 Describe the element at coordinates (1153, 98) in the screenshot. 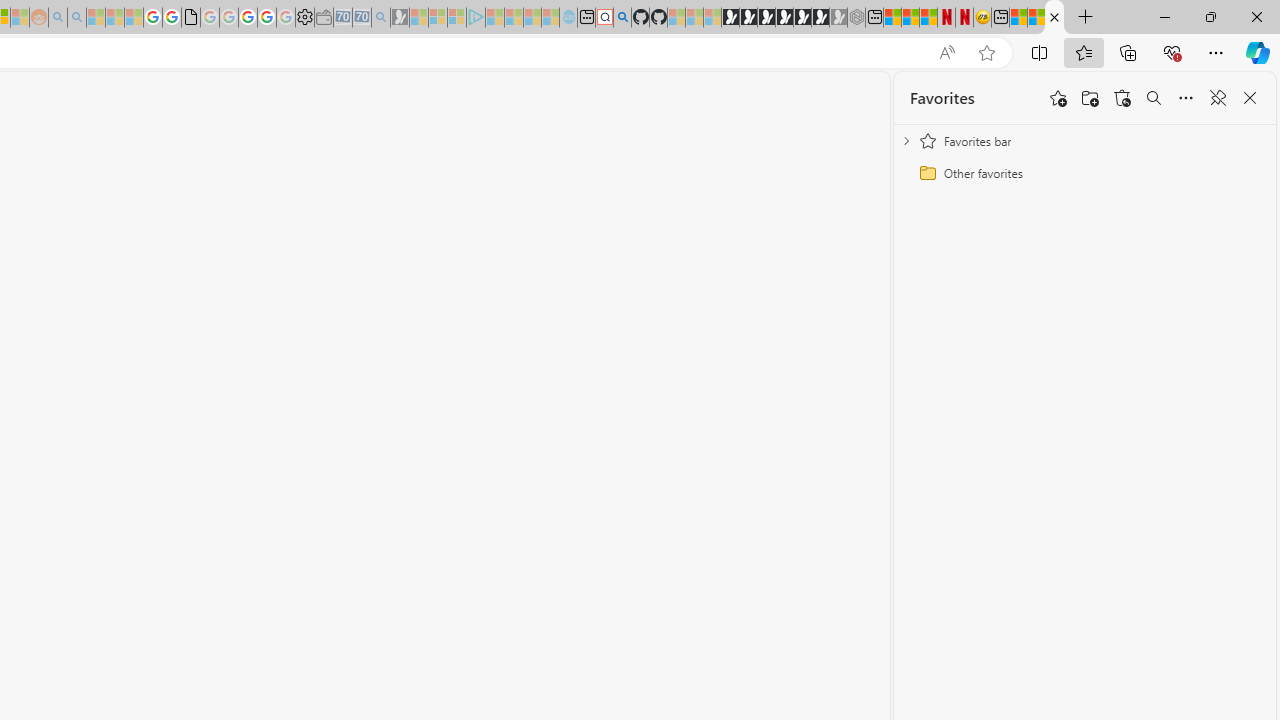

I see `'Search favorites'` at that location.